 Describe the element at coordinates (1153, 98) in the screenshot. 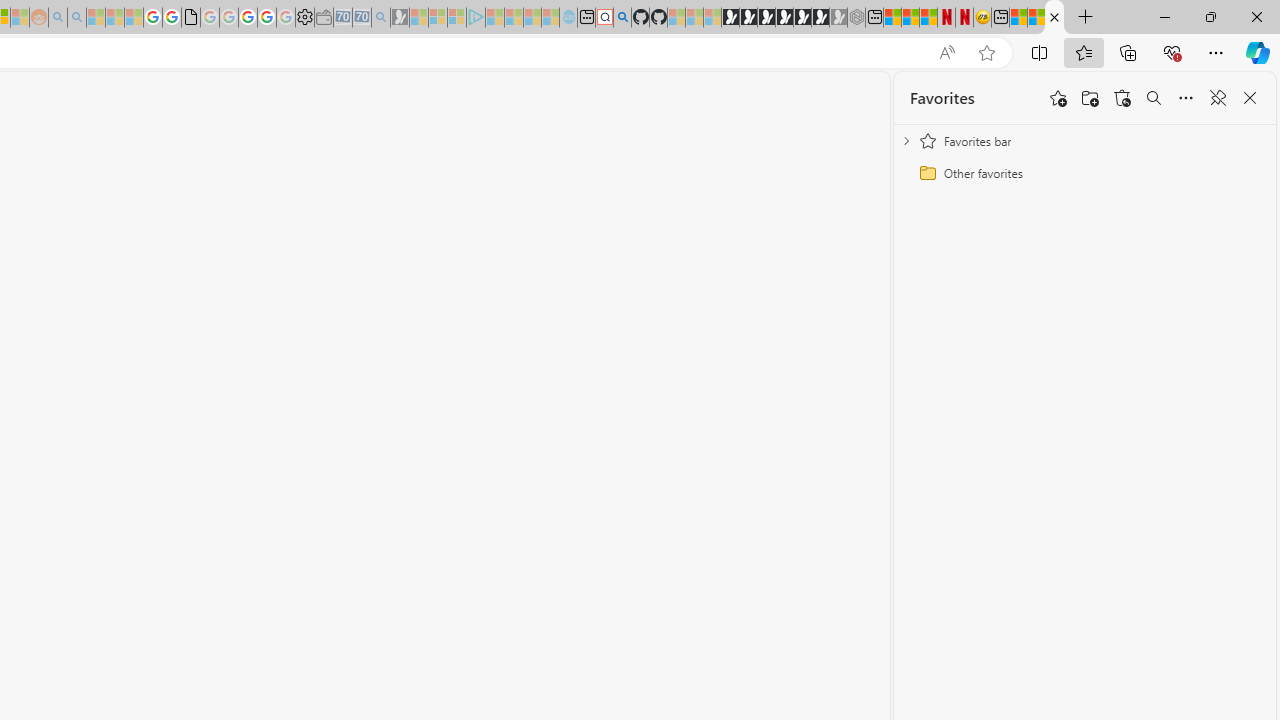

I see `'Search favorites'` at that location.